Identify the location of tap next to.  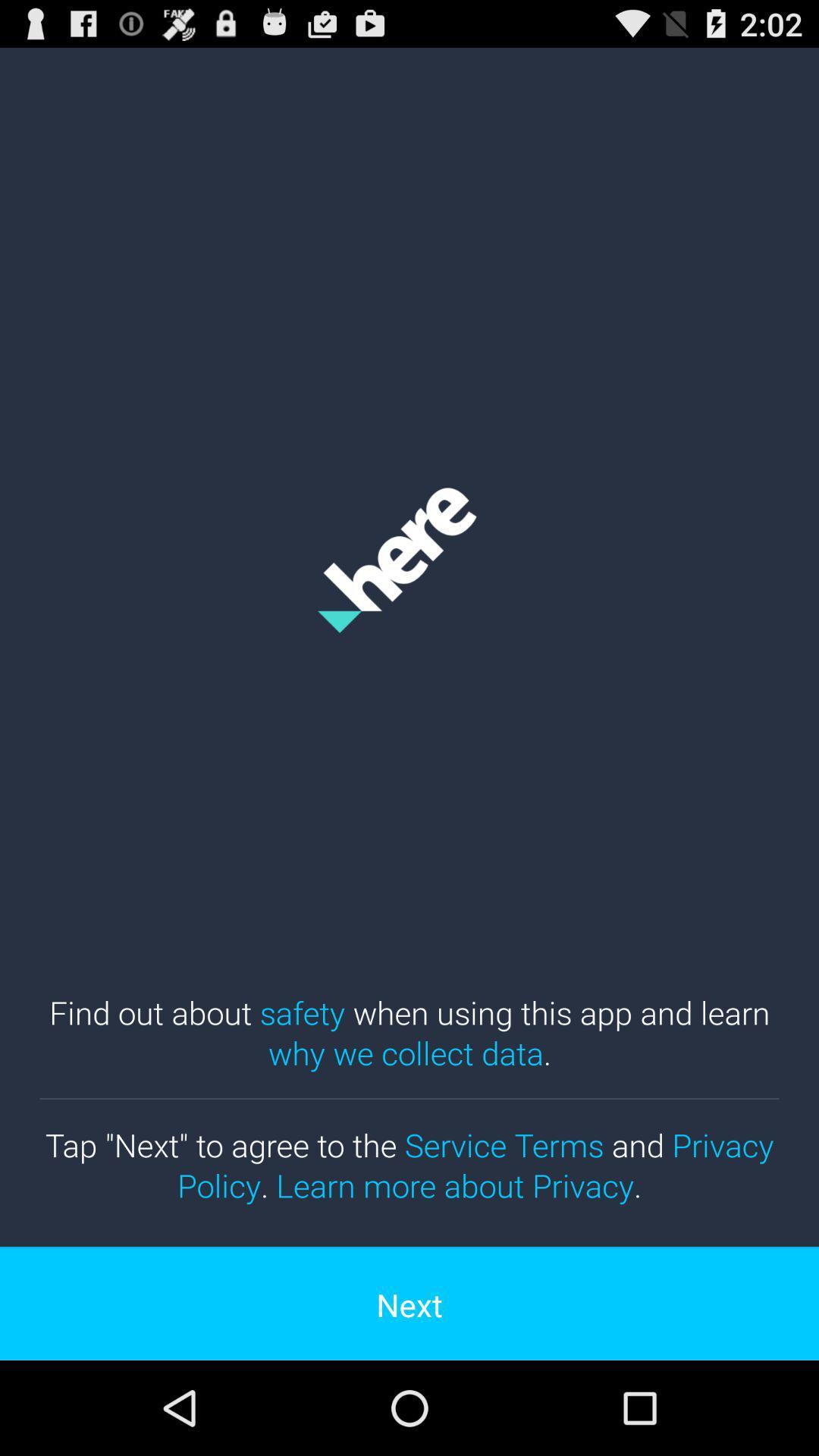
(409, 1164).